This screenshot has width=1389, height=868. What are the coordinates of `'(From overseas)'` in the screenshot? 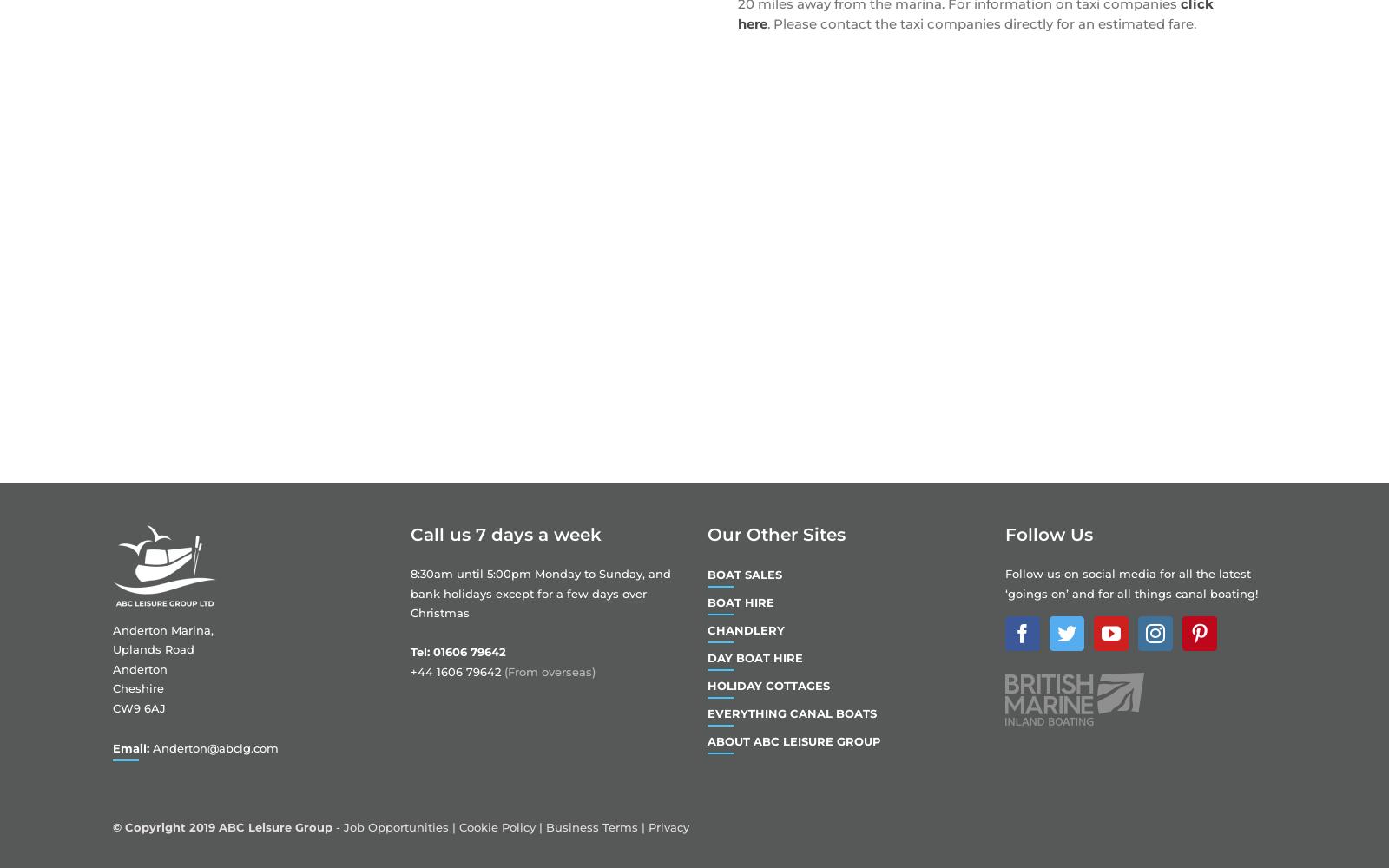 It's located at (503, 672).